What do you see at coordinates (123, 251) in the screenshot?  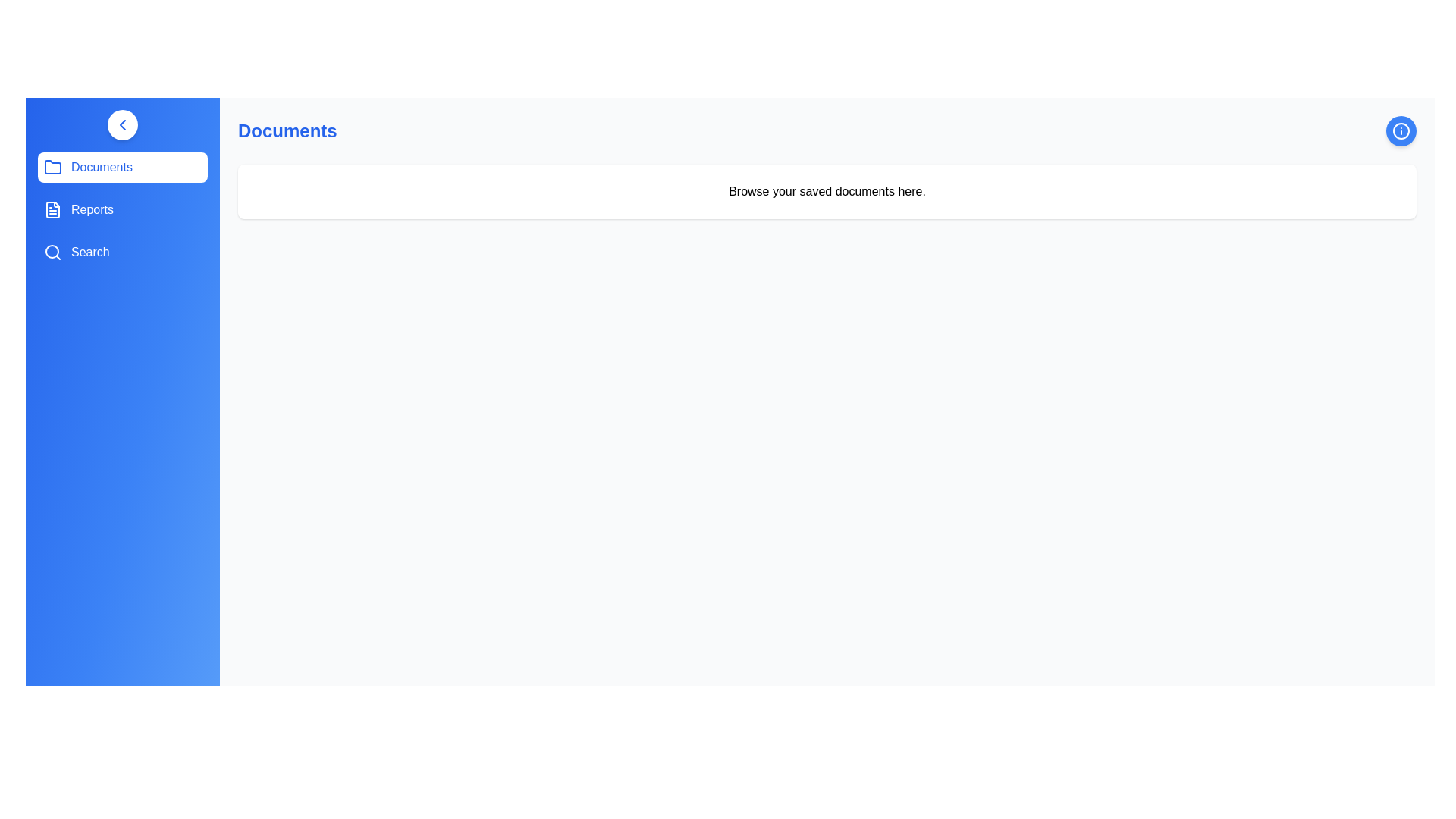 I see `the Search section from the drawer` at bounding box center [123, 251].